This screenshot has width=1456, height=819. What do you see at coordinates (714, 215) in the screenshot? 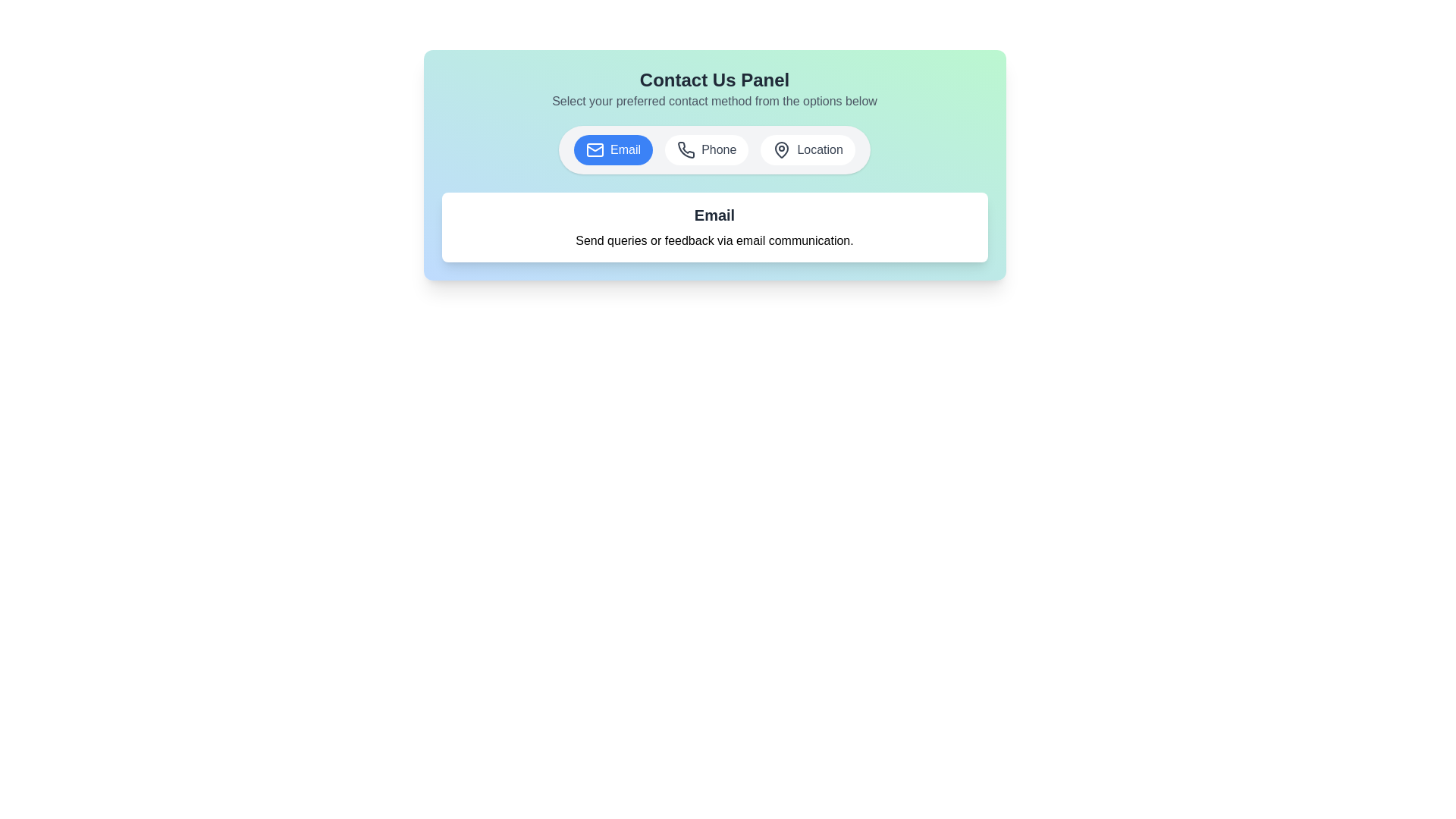
I see `header text 'Email', which is styled in bold, extra-large, dark gray font and is positioned prominently at the top of the section` at bounding box center [714, 215].